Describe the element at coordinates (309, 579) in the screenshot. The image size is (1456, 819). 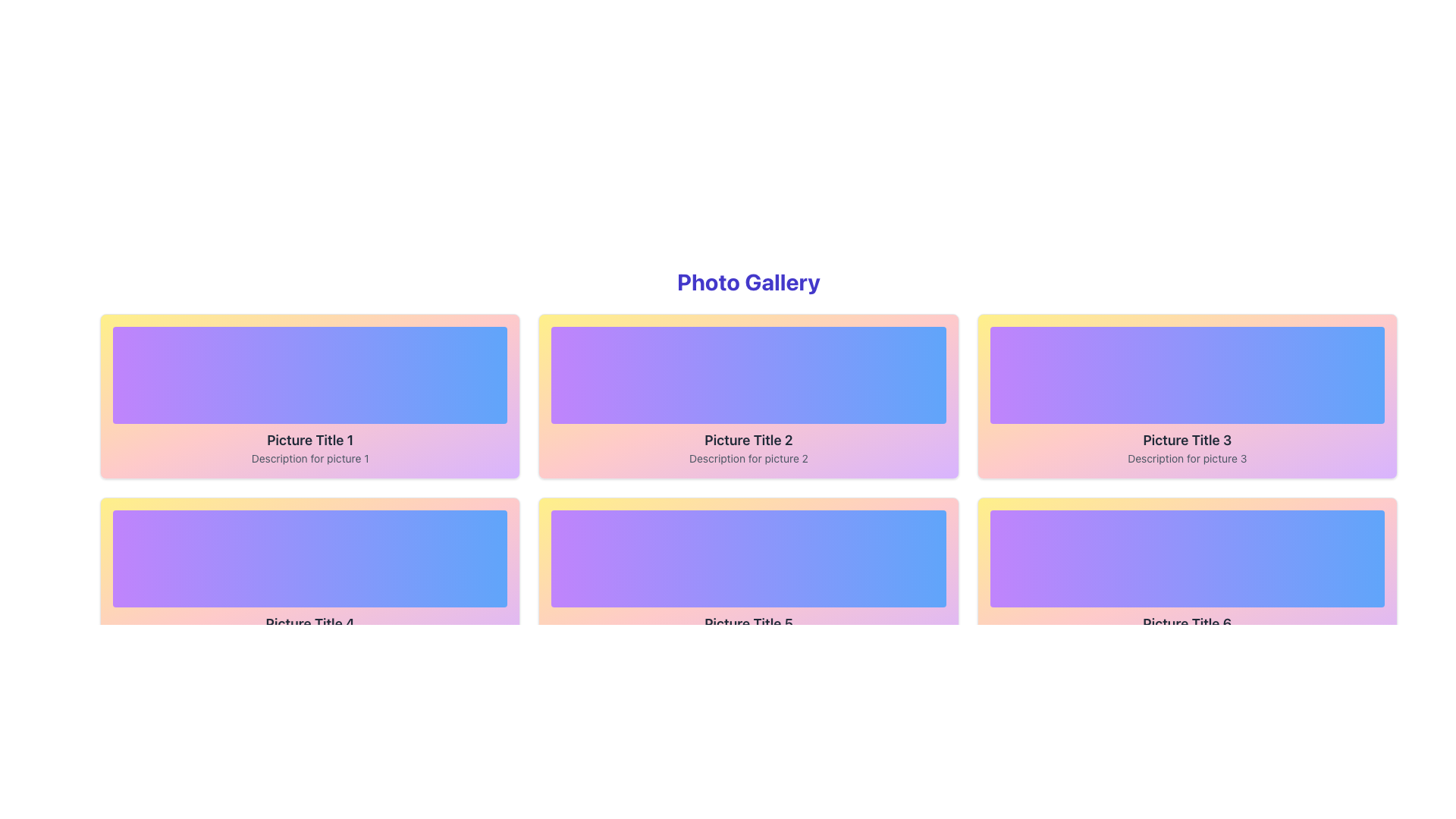
I see `the Card component that features a gradient background with the title 'Picture Title 4' and the description 'Description for picture 4', located in the second row, first column of the grid layout` at that location.